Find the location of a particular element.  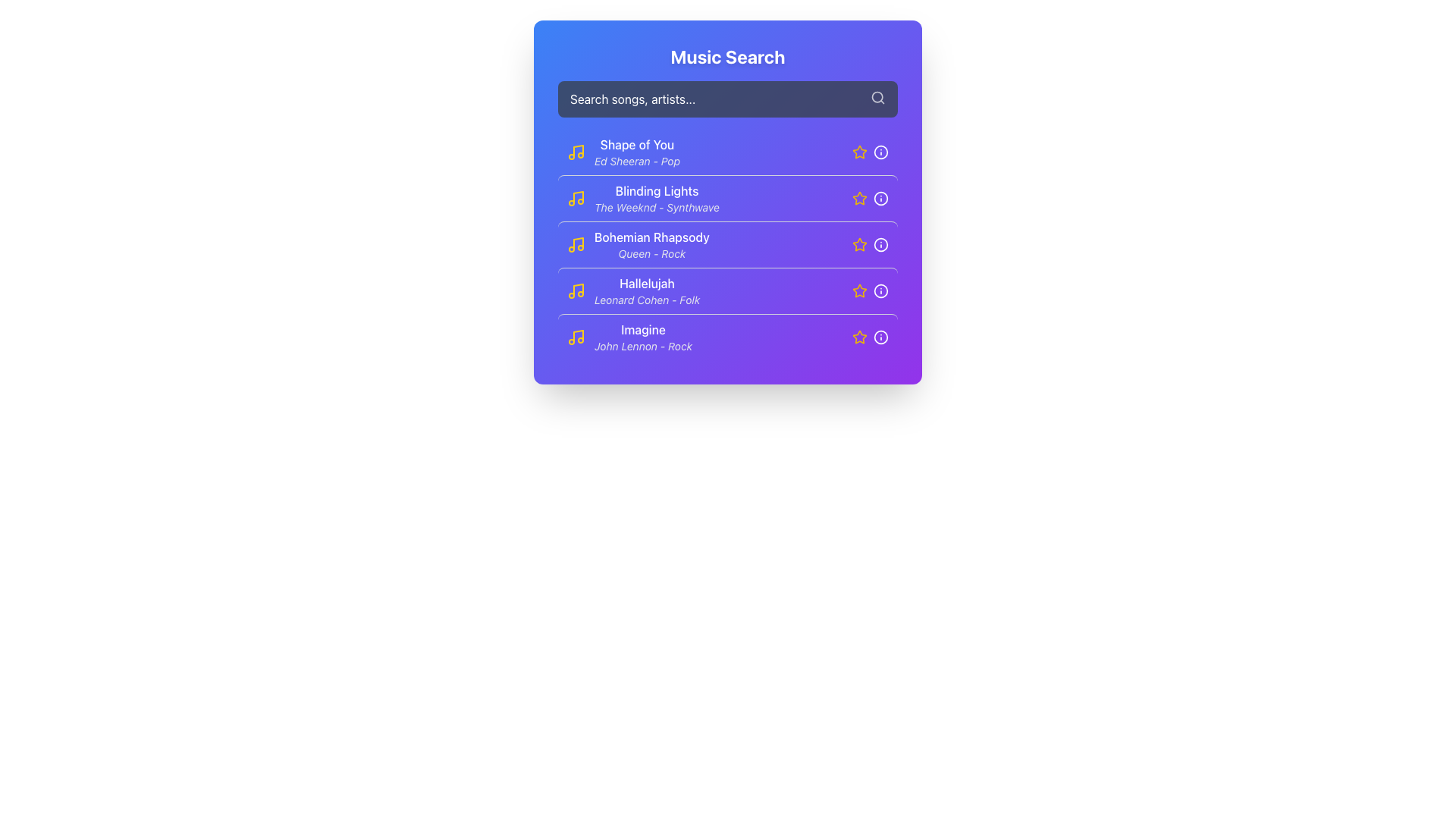

the fourth list item displaying a song title, artist, and genre details is located at coordinates (633, 291).